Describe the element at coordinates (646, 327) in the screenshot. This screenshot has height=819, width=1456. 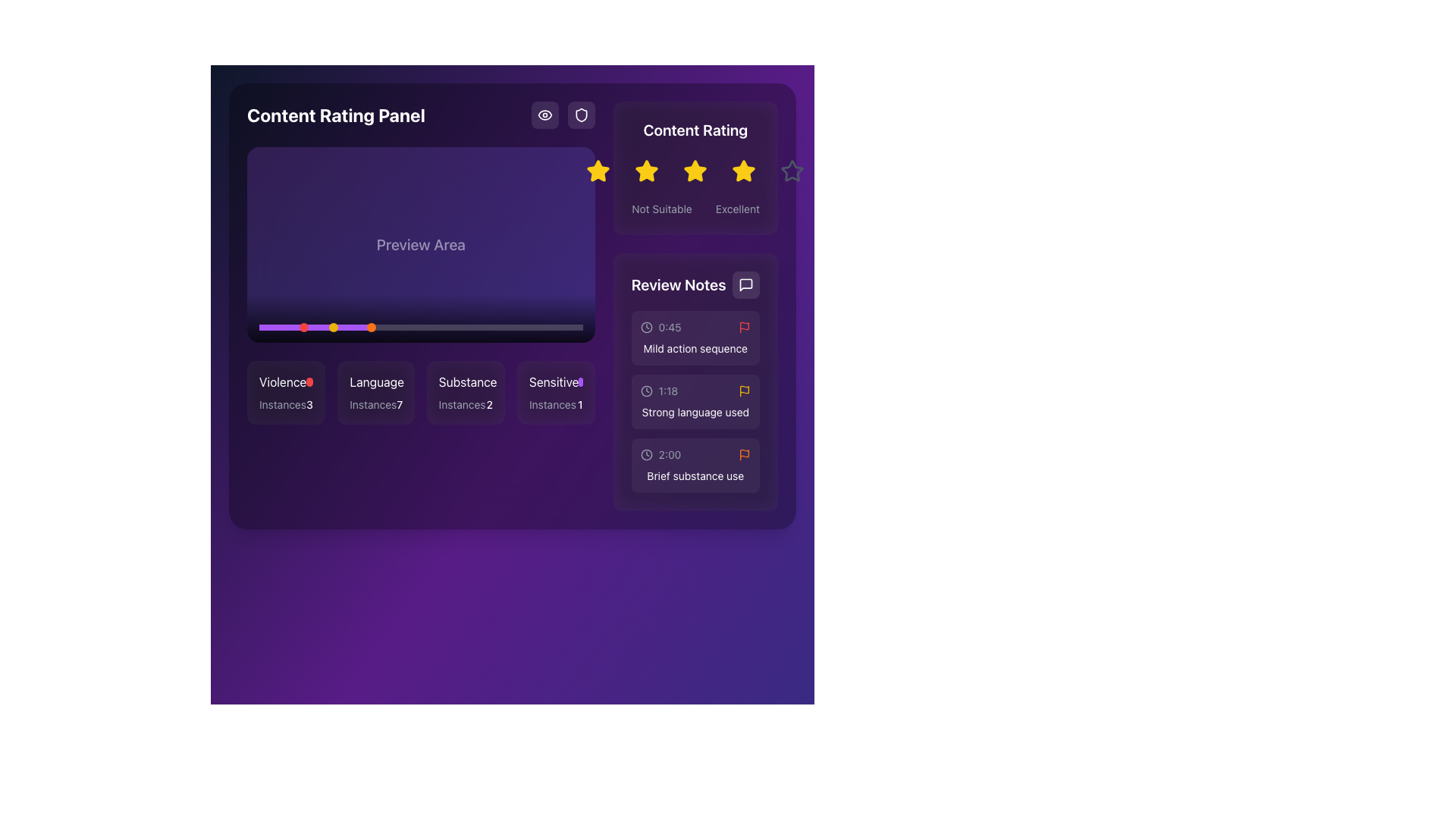
I see `circular graphic element of the clock icon located near the top-right corner of the interface, adjacent to the 'Content Rating' section, for design information` at that location.